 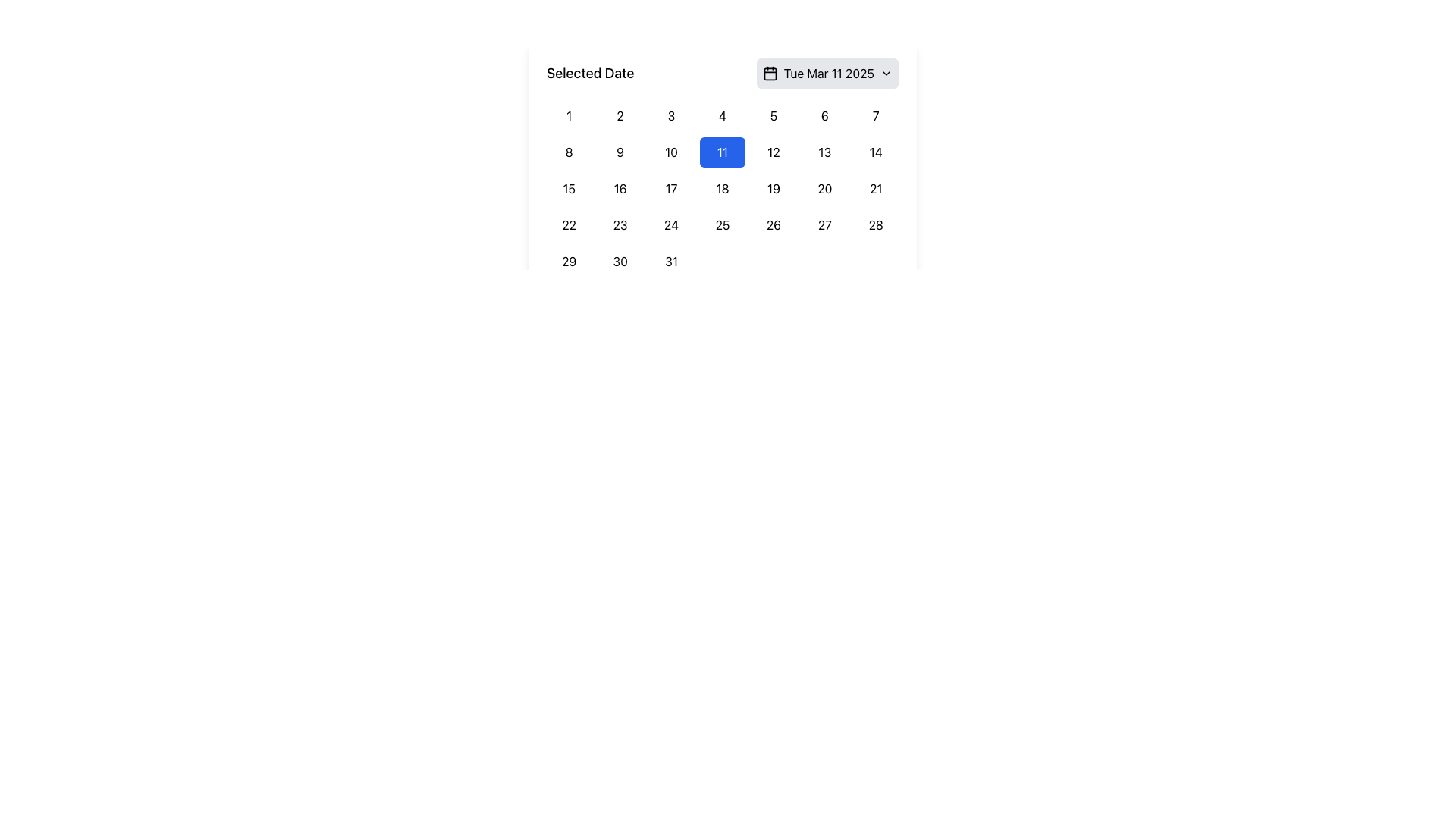 What do you see at coordinates (773, 188) in the screenshot?
I see `the calendar button representing the 19th day of the month` at bounding box center [773, 188].